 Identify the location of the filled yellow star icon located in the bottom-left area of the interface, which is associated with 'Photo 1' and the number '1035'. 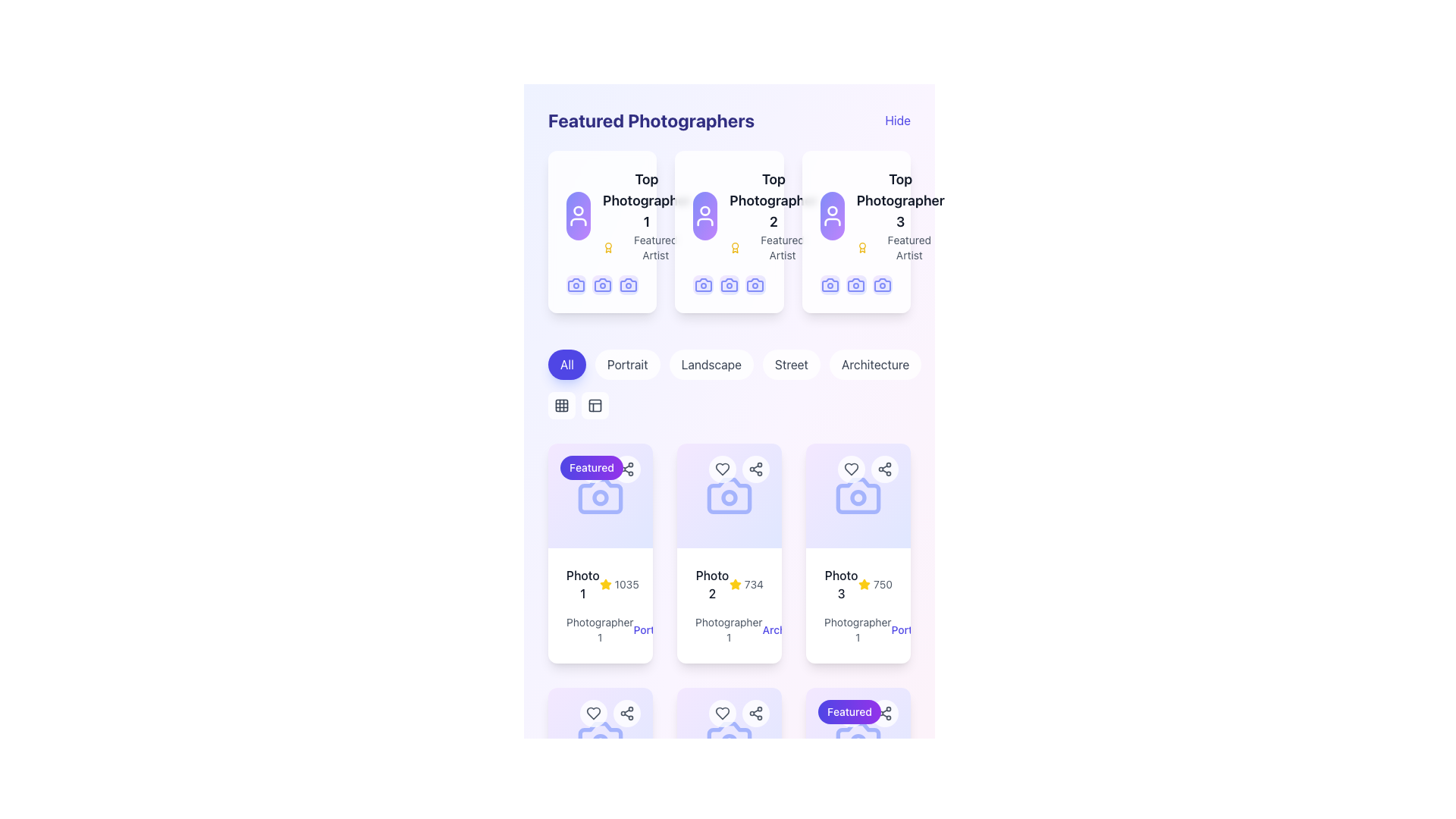
(604, 584).